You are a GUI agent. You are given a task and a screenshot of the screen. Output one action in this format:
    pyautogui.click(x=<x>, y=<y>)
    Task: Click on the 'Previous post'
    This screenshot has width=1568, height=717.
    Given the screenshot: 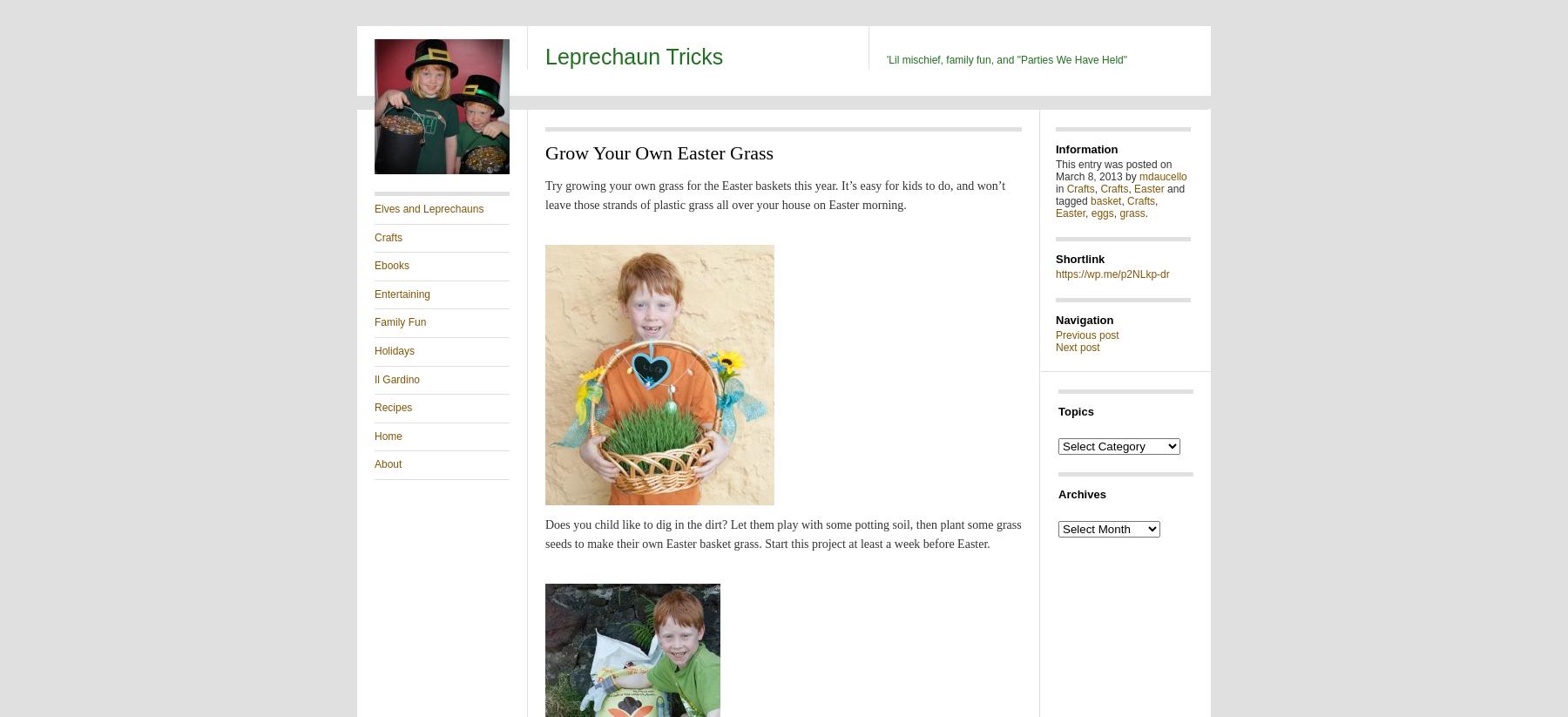 What is the action you would take?
    pyautogui.click(x=1086, y=334)
    